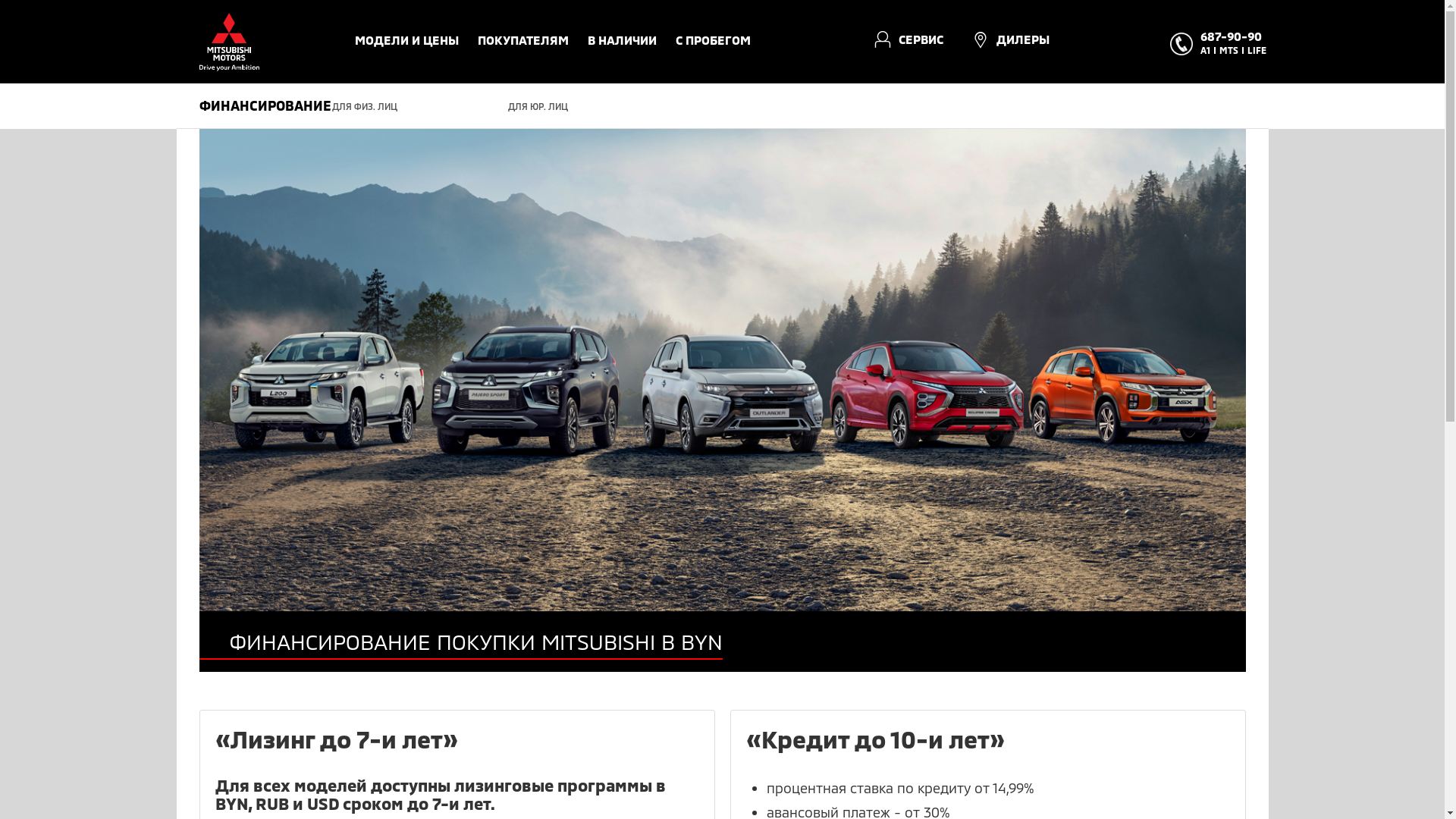  Describe the element at coordinates (1200, 37) in the screenshot. I see `'687-90-90'` at that location.